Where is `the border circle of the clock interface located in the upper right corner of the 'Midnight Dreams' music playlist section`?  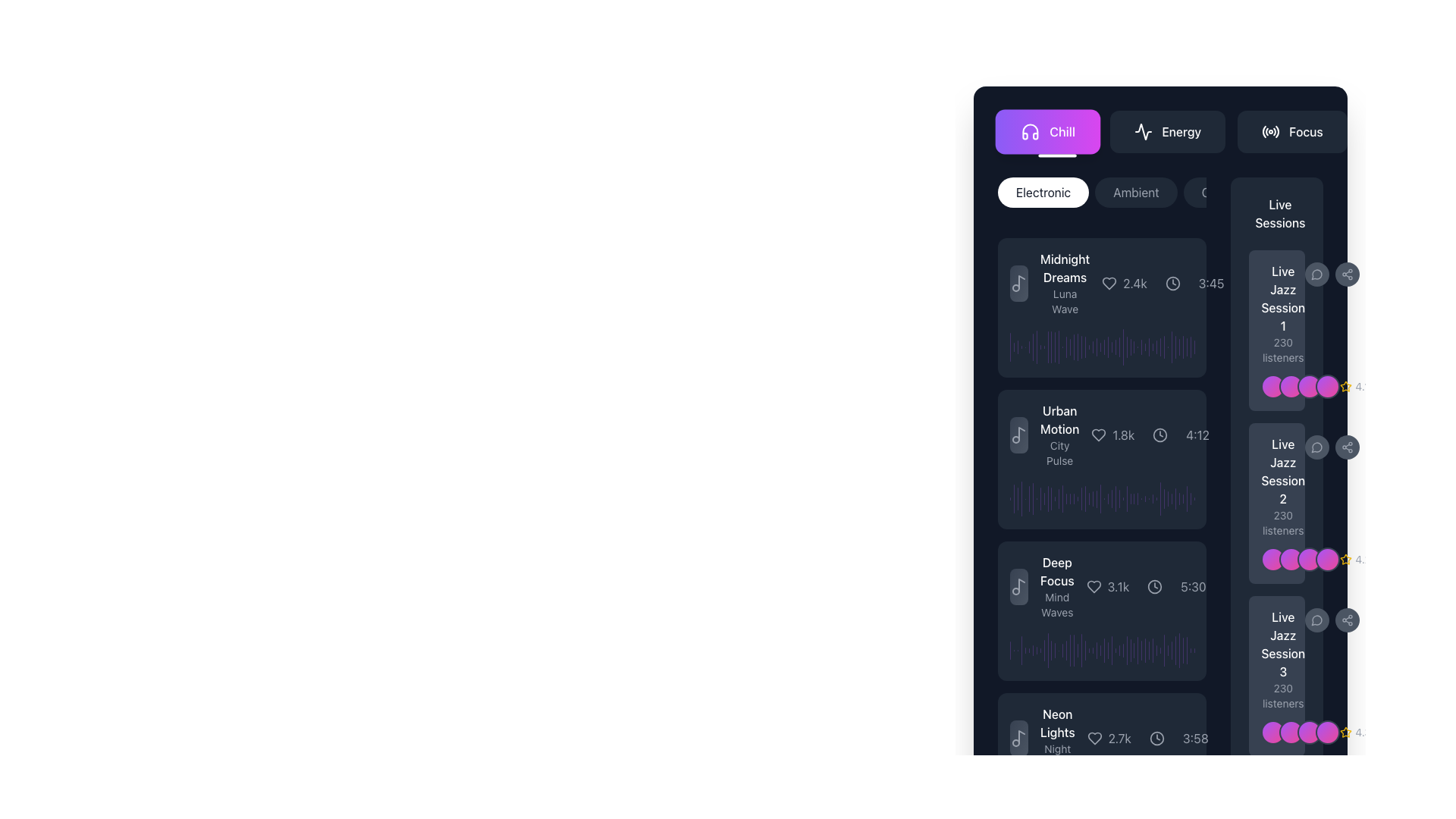
the border circle of the clock interface located in the upper right corner of the 'Midnight Dreams' music playlist section is located at coordinates (1172, 284).